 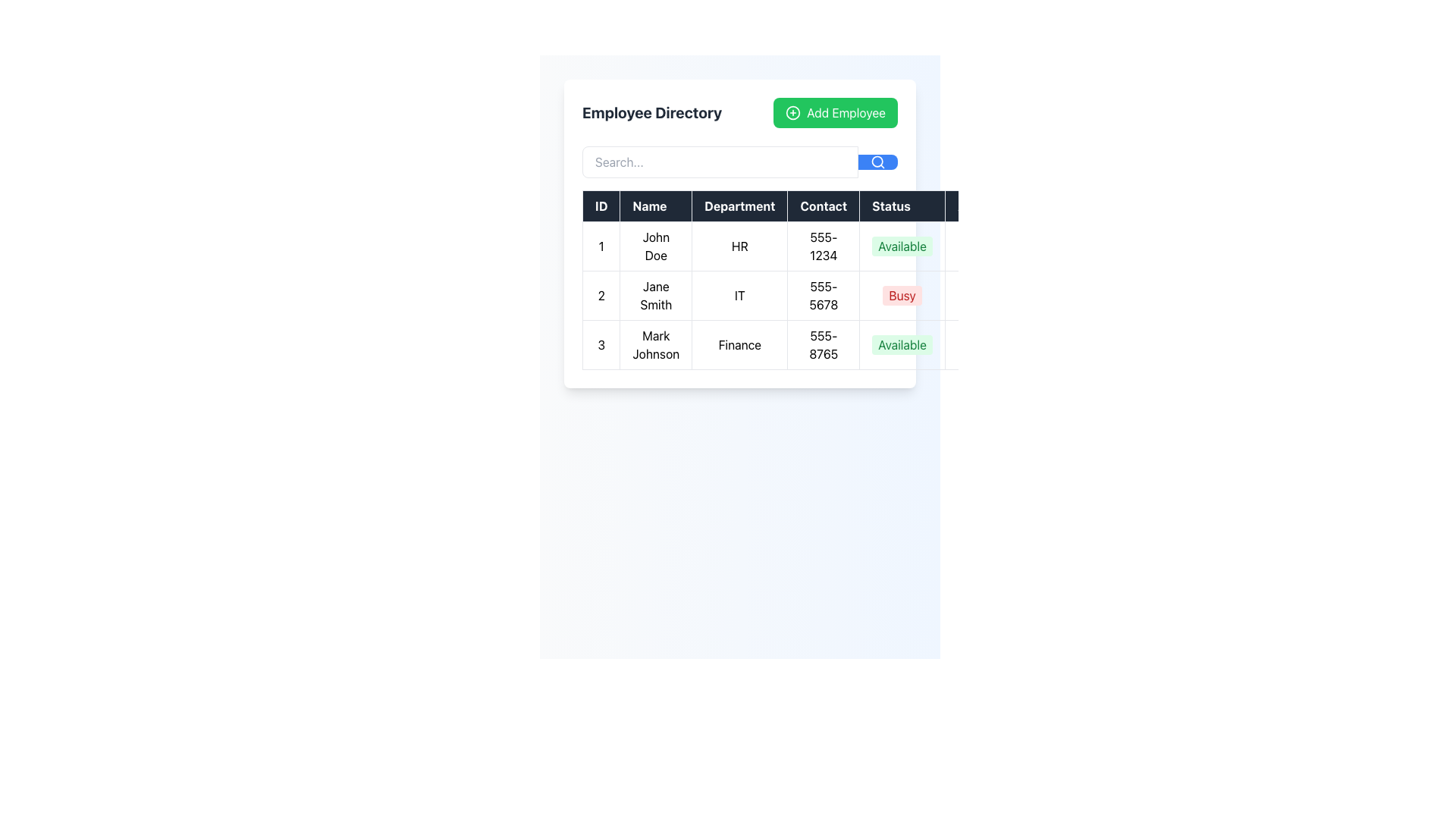 I want to click on the row corresponding to 'Jane Smith', so click(x=601, y=295).